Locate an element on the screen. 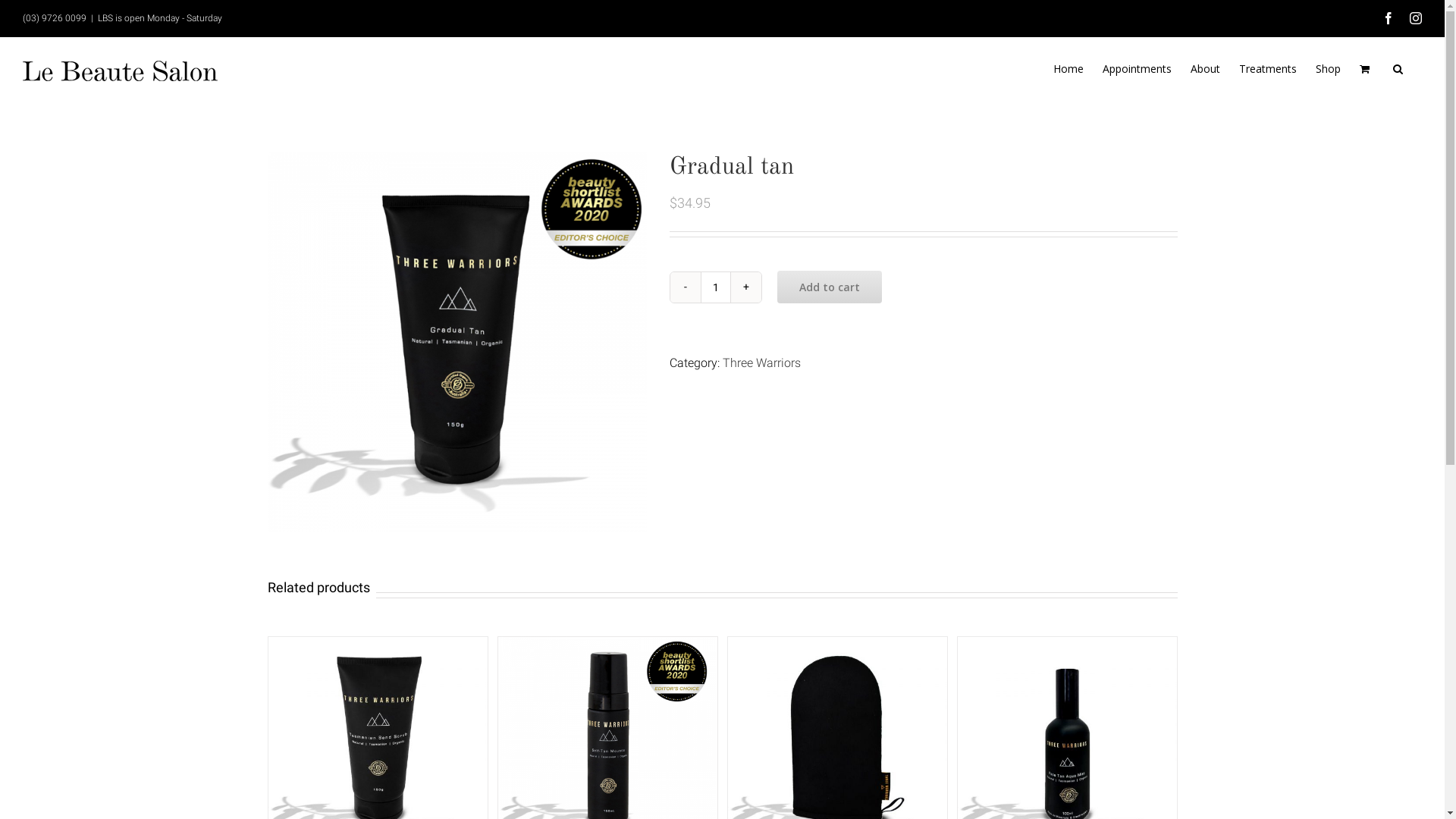 The width and height of the screenshot is (1456, 819). 'Shop' is located at coordinates (1327, 69).